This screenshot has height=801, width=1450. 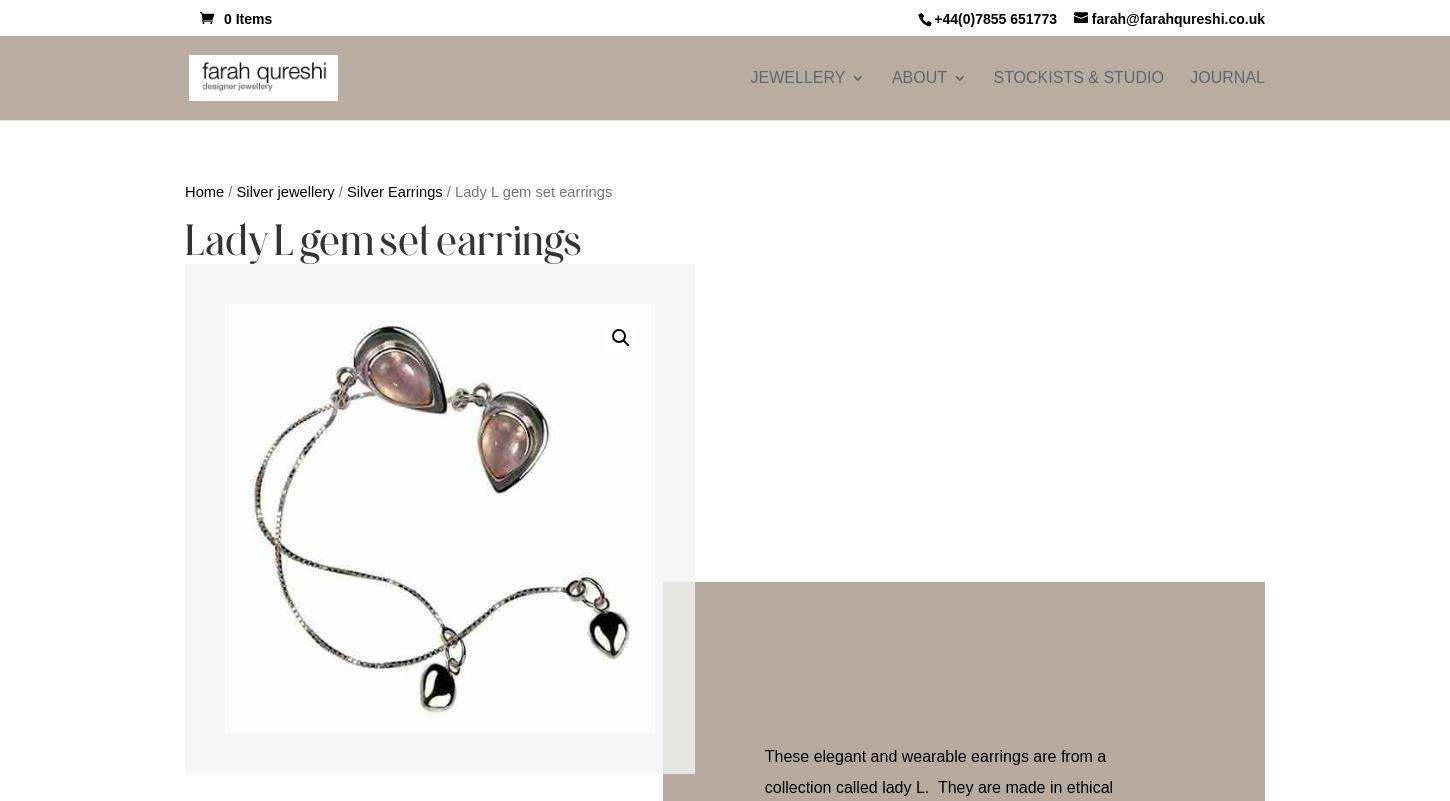 What do you see at coordinates (1102, 481) in the screenshot?
I see `'Silver Pendants'` at bounding box center [1102, 481].